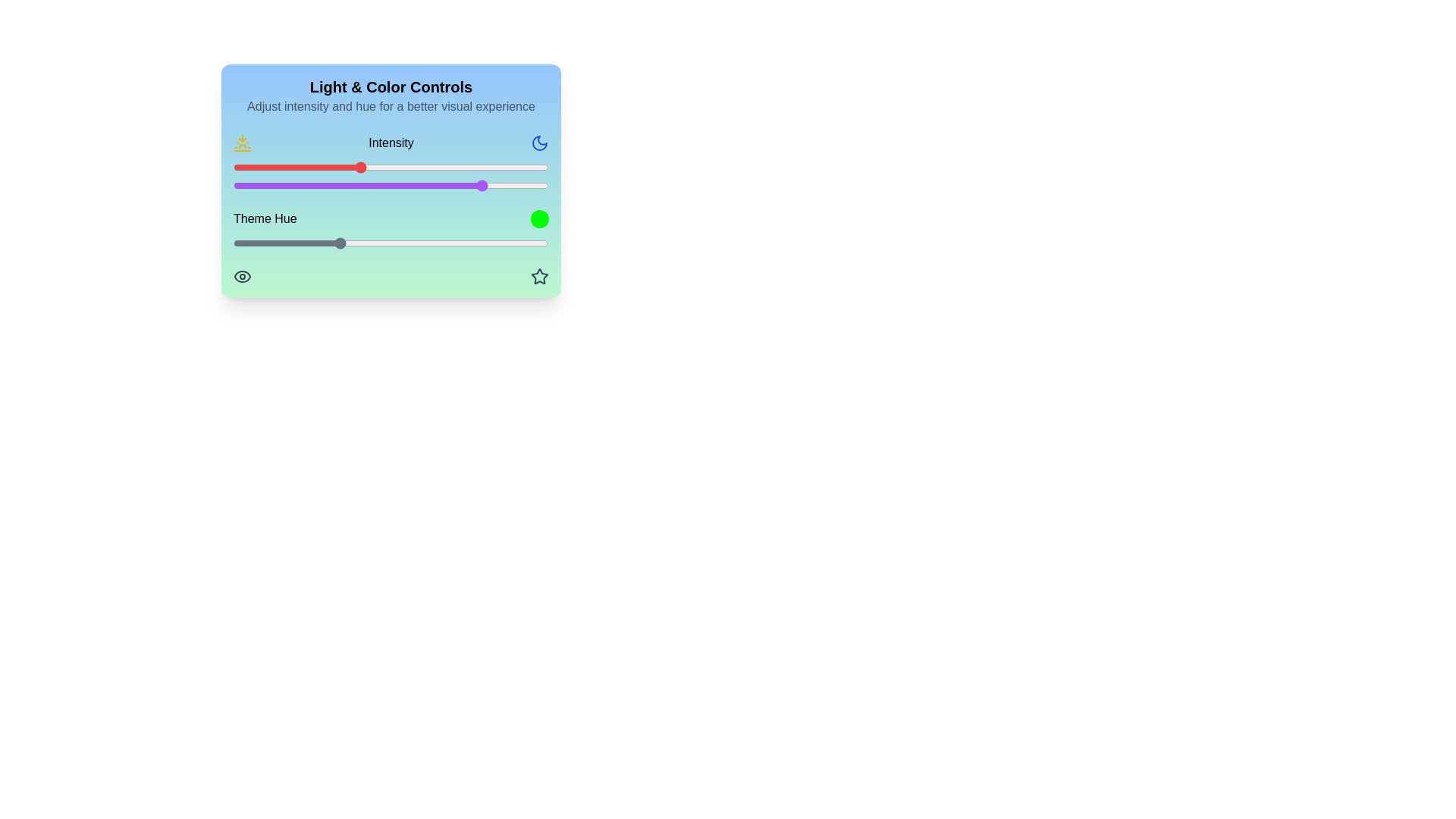 The width and height of the screenshot is (1456, 819). What do you see at coordinates (475, 167) in the screenshot?
I see `intensity` at bounding box center [475, 167].